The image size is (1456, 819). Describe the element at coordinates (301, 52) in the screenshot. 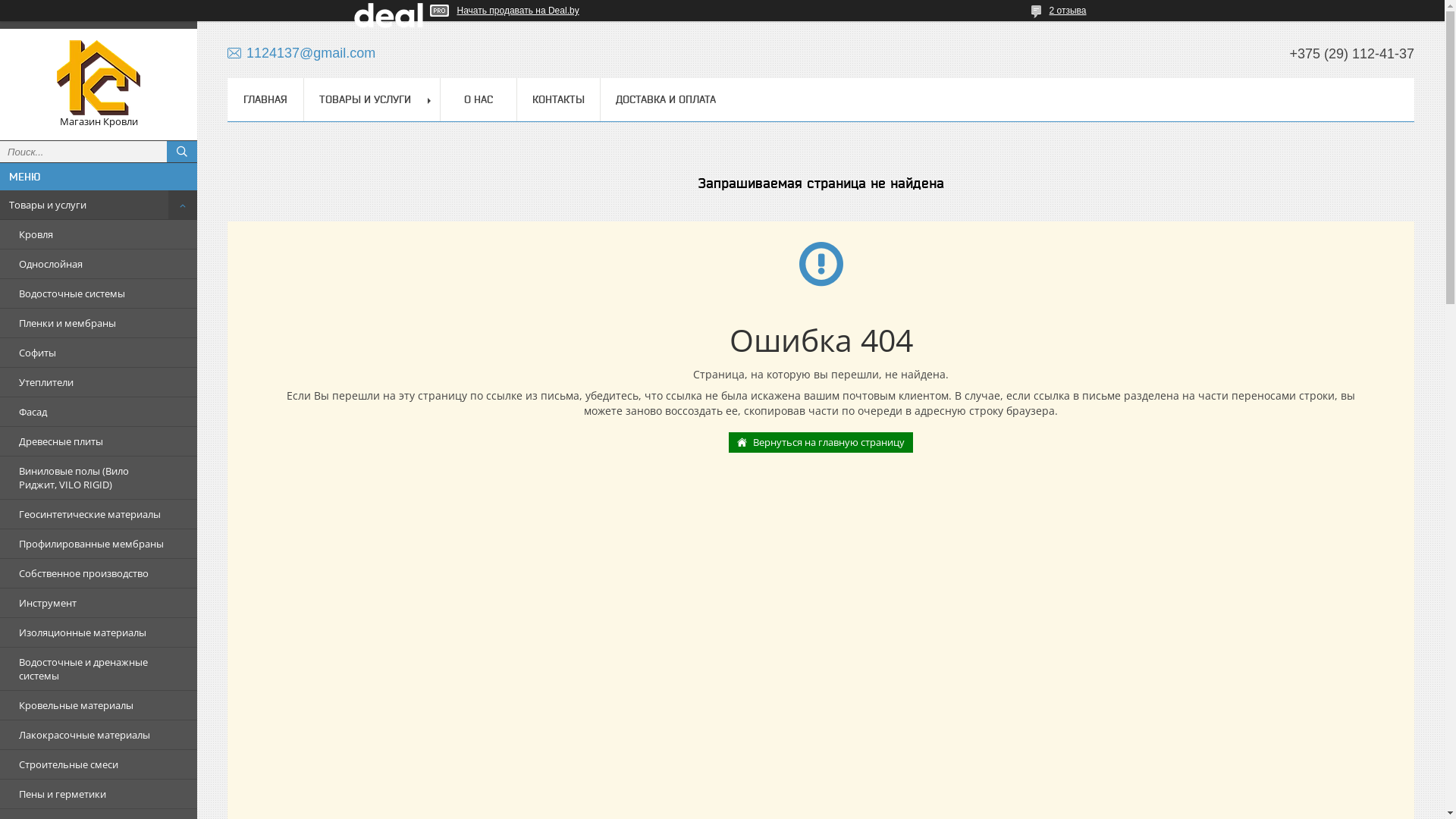

I see `'1124137@gmail.com'` at that location.